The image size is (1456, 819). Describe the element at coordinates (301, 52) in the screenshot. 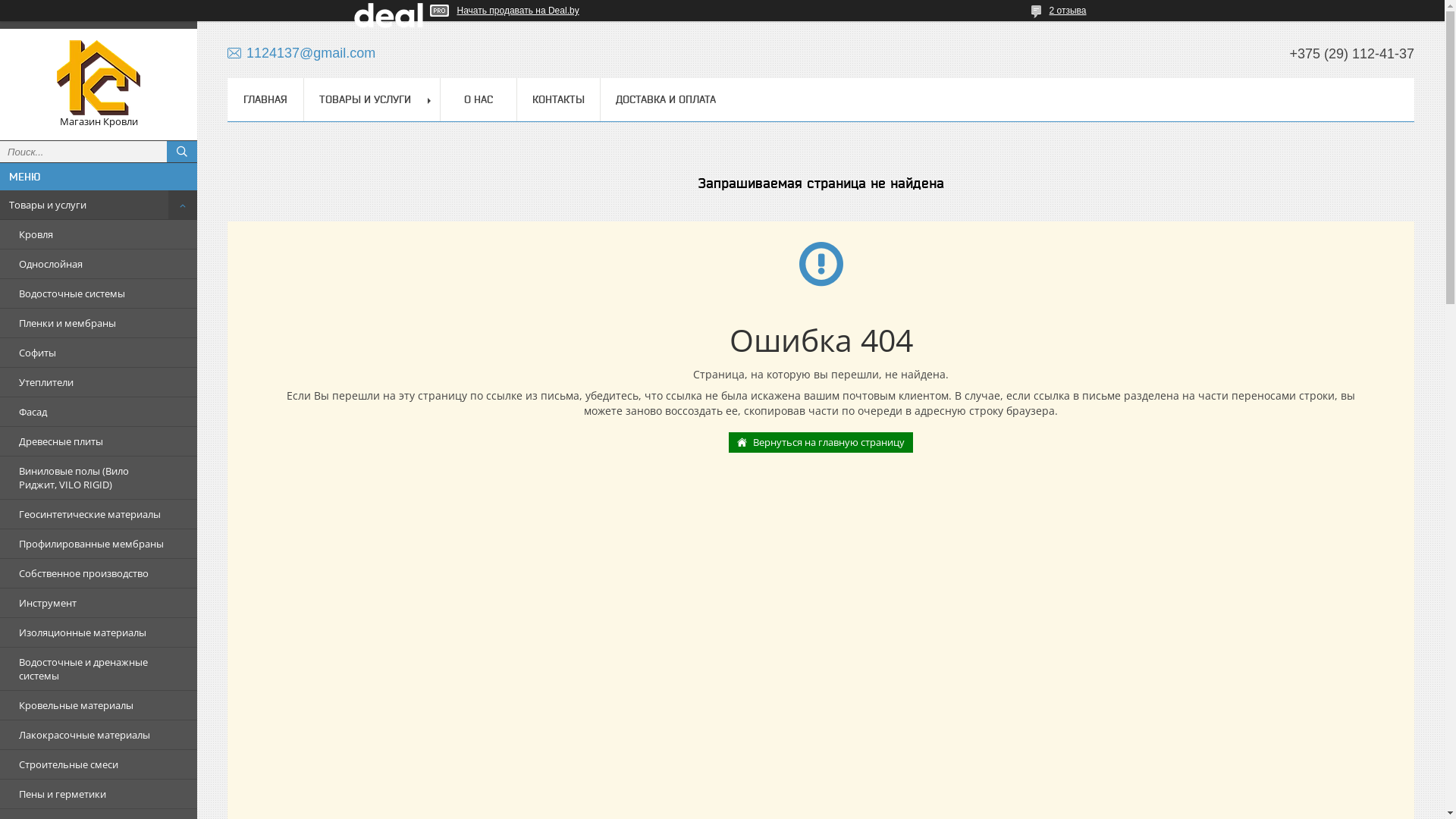

I see `'1124137@gmail.com'` at that location.